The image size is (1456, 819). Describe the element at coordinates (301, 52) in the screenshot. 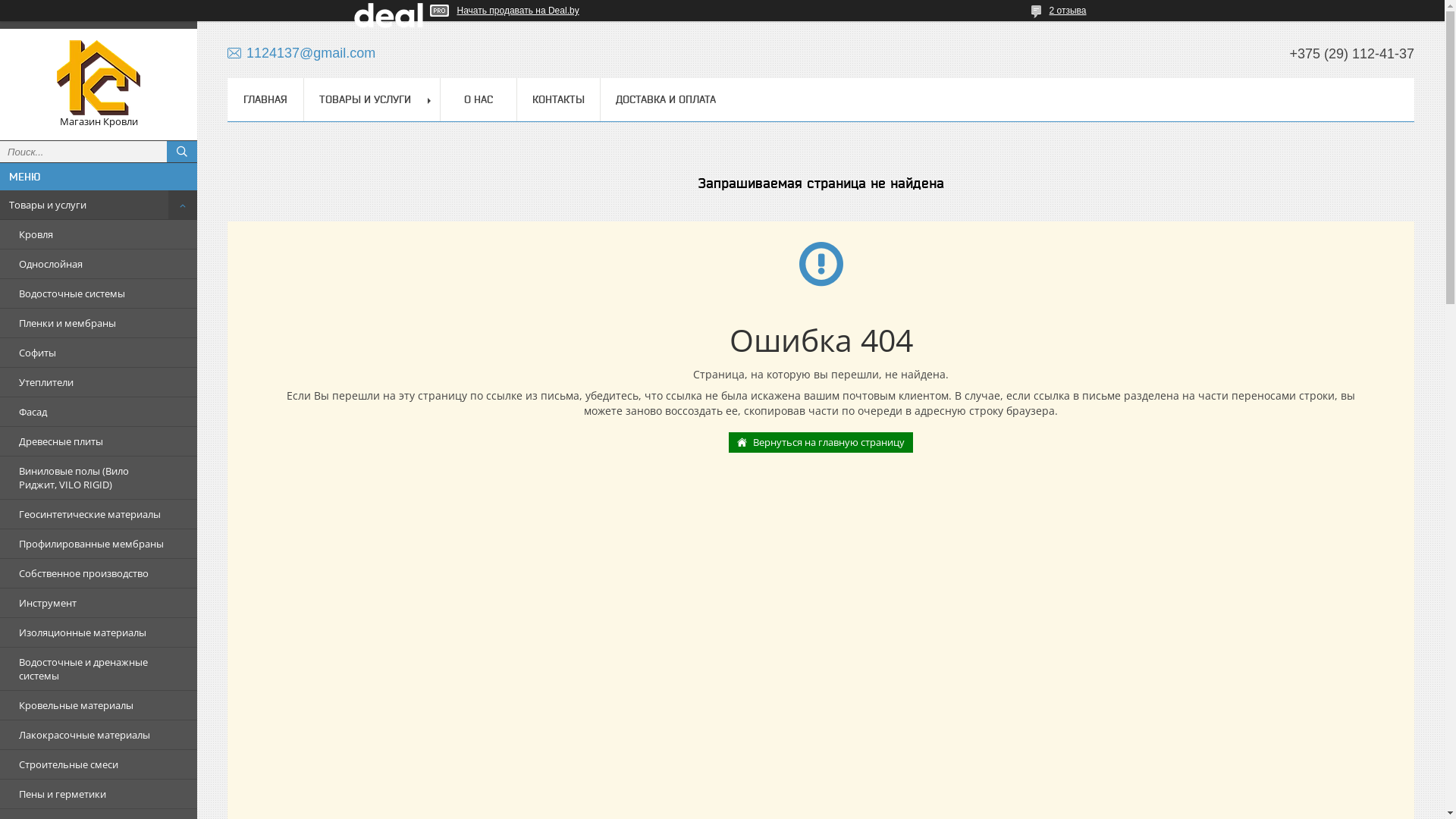

I see `'1124137@gmail.com'` at that location.